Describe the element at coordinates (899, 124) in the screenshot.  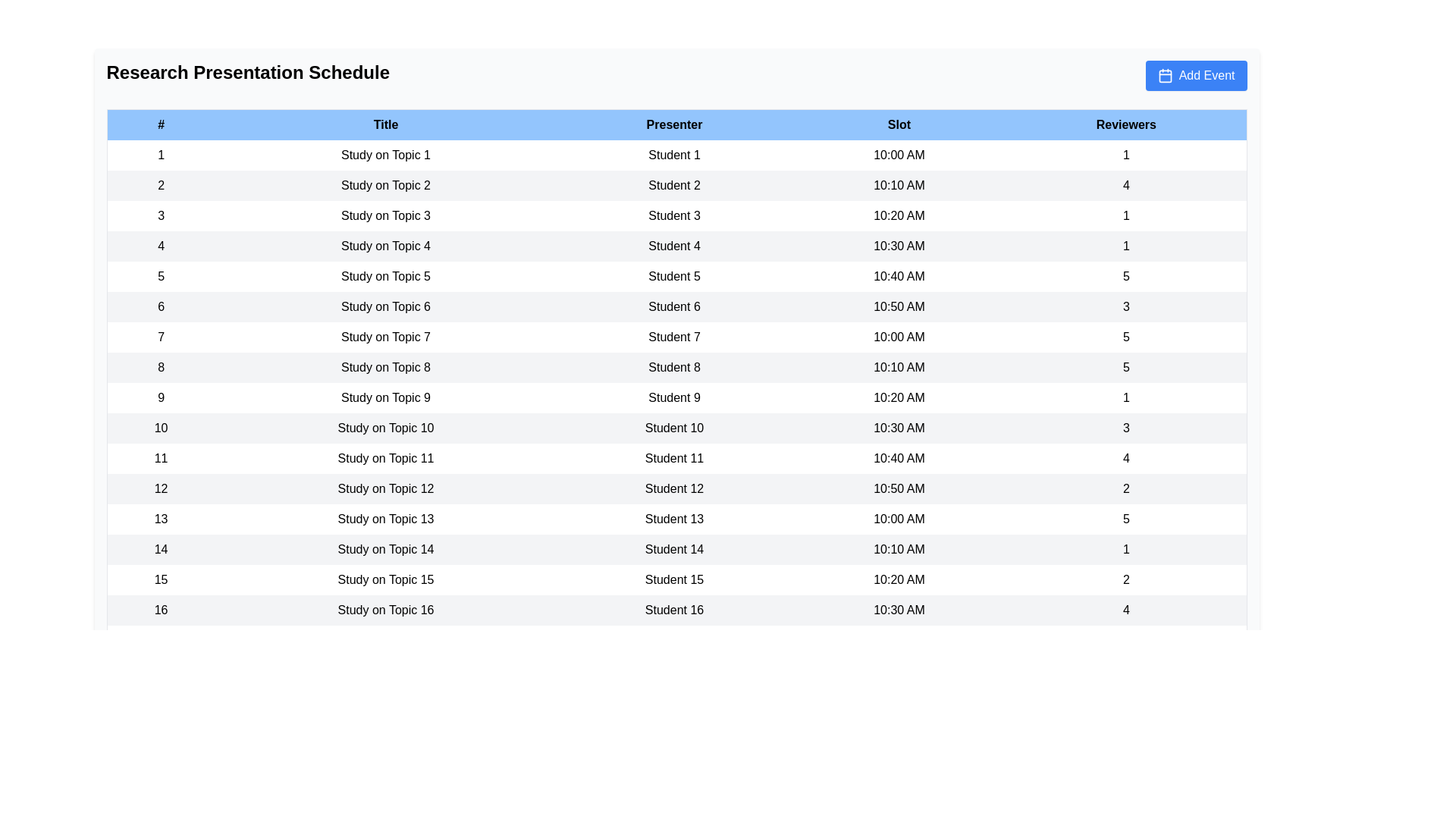
I see `the column header Slot to sort the table by that column` at that location.